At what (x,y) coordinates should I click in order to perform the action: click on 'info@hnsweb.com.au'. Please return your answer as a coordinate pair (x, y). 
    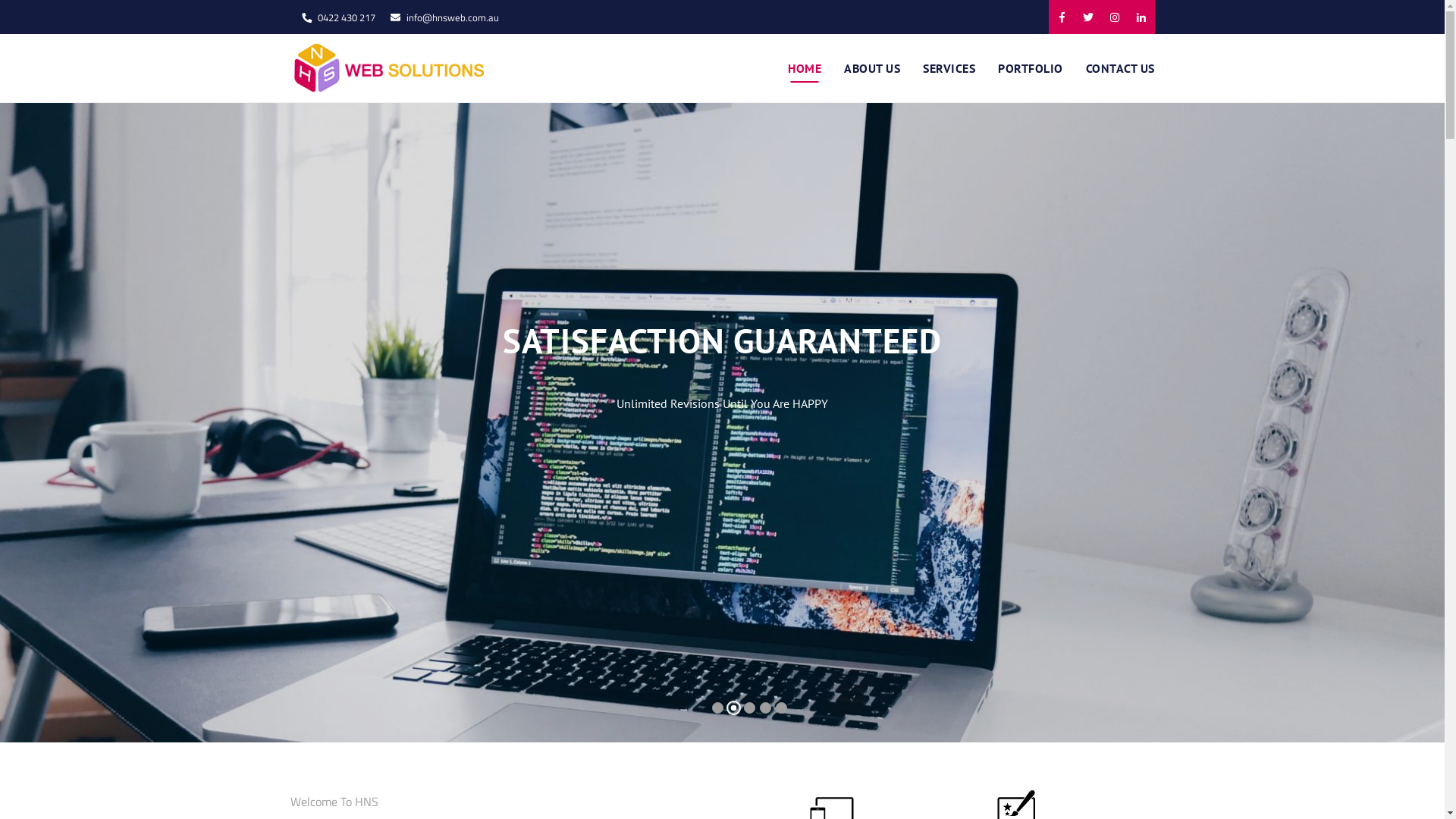
    Looking at the image, I should click on (406, 17).